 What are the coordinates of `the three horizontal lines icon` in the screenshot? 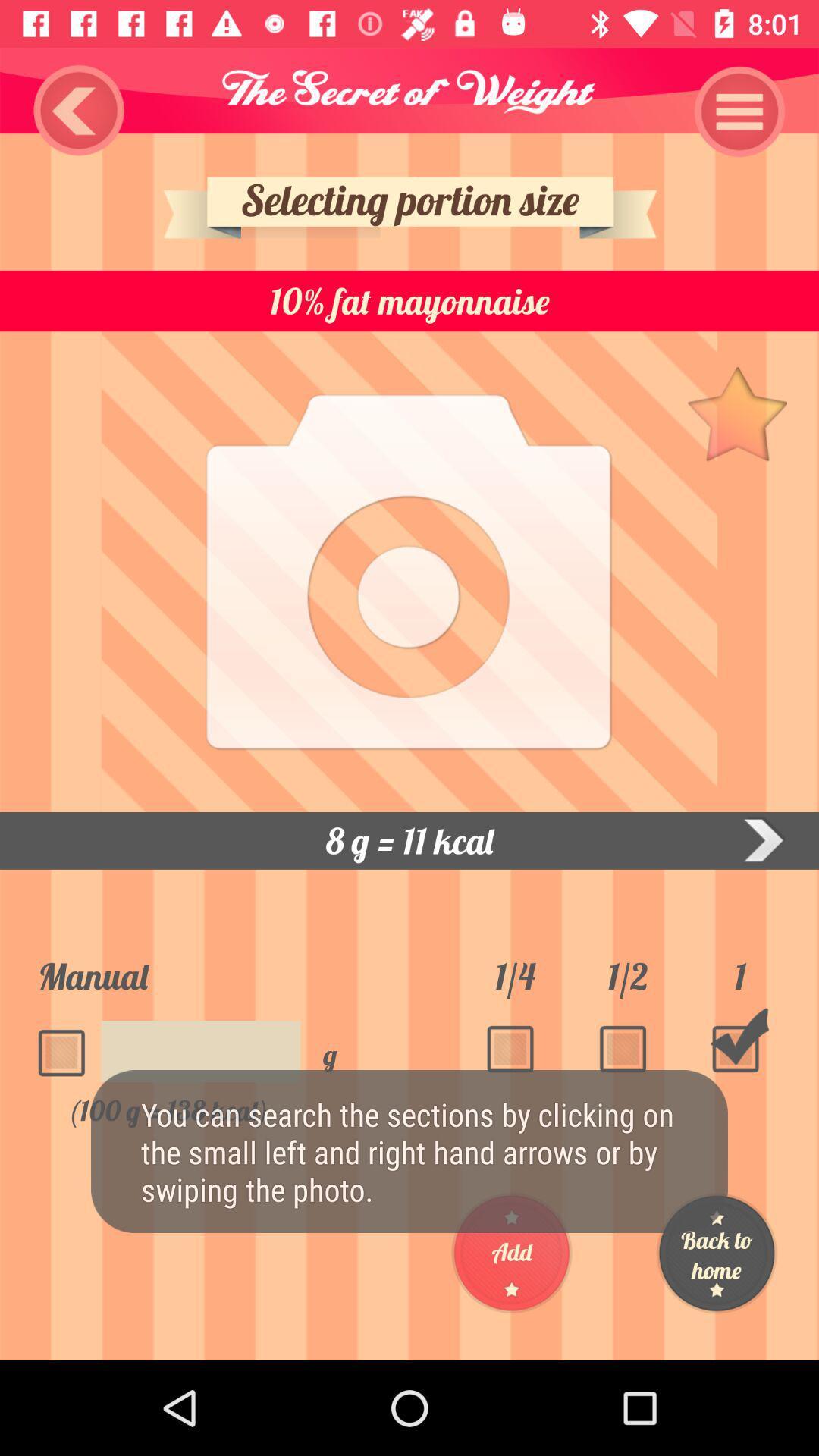 It's located at (739, 111).